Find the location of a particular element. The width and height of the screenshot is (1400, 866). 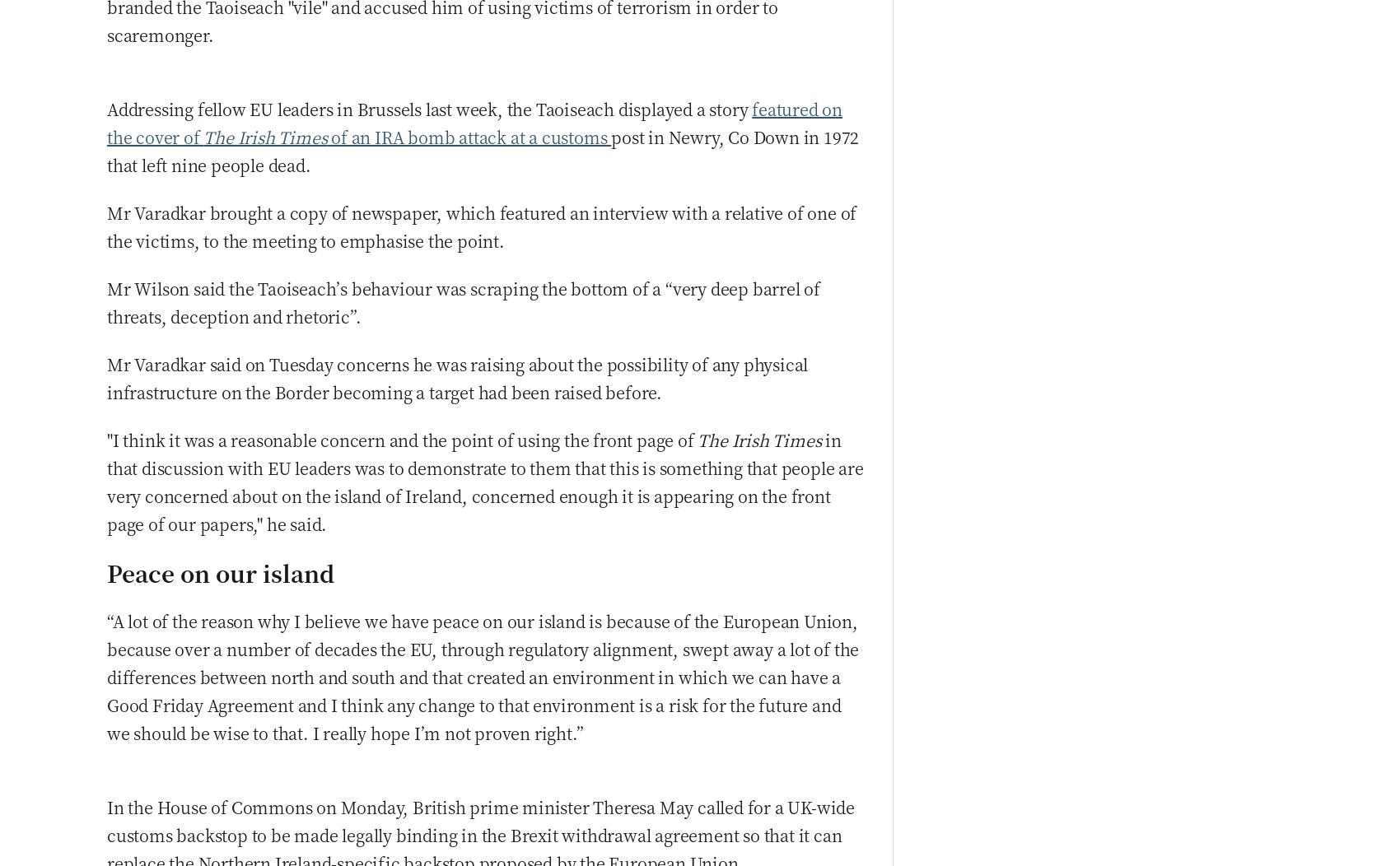

'“A lot of the reason why I believe we have peace on our island is because of the European Union, because over a number of decades the EU, through regulatory alignment, swept away a lot of the differences between north and south and that created an environment in which we can have a Good Friday Agreement and I think any change to that environment is a risk for the future and we should be wise to that. I really hope I’m not proven right.”' is located at coordinates (106, 676).